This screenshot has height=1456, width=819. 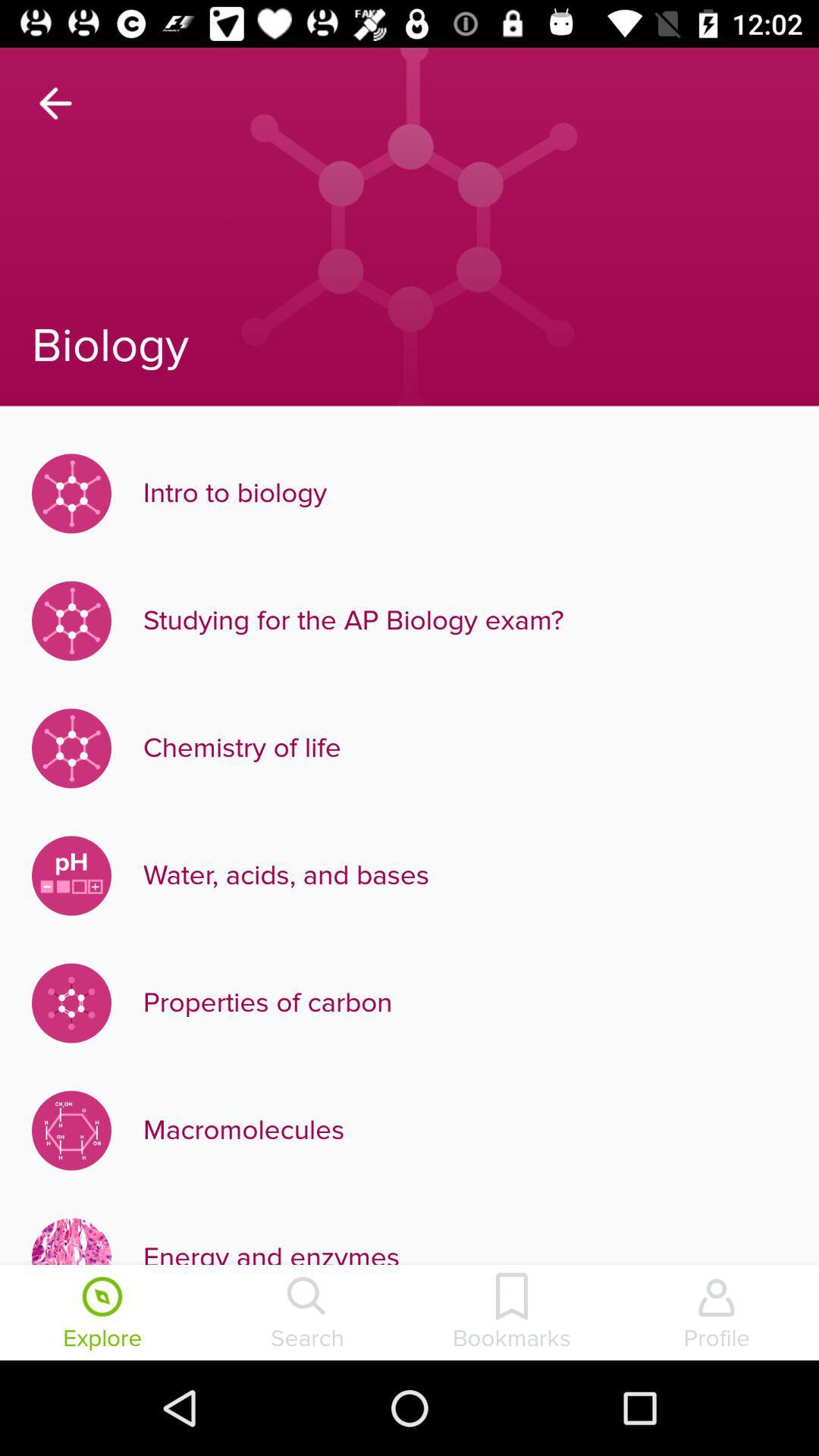 I want to click on profile icon, so click(x=717, y=1313).